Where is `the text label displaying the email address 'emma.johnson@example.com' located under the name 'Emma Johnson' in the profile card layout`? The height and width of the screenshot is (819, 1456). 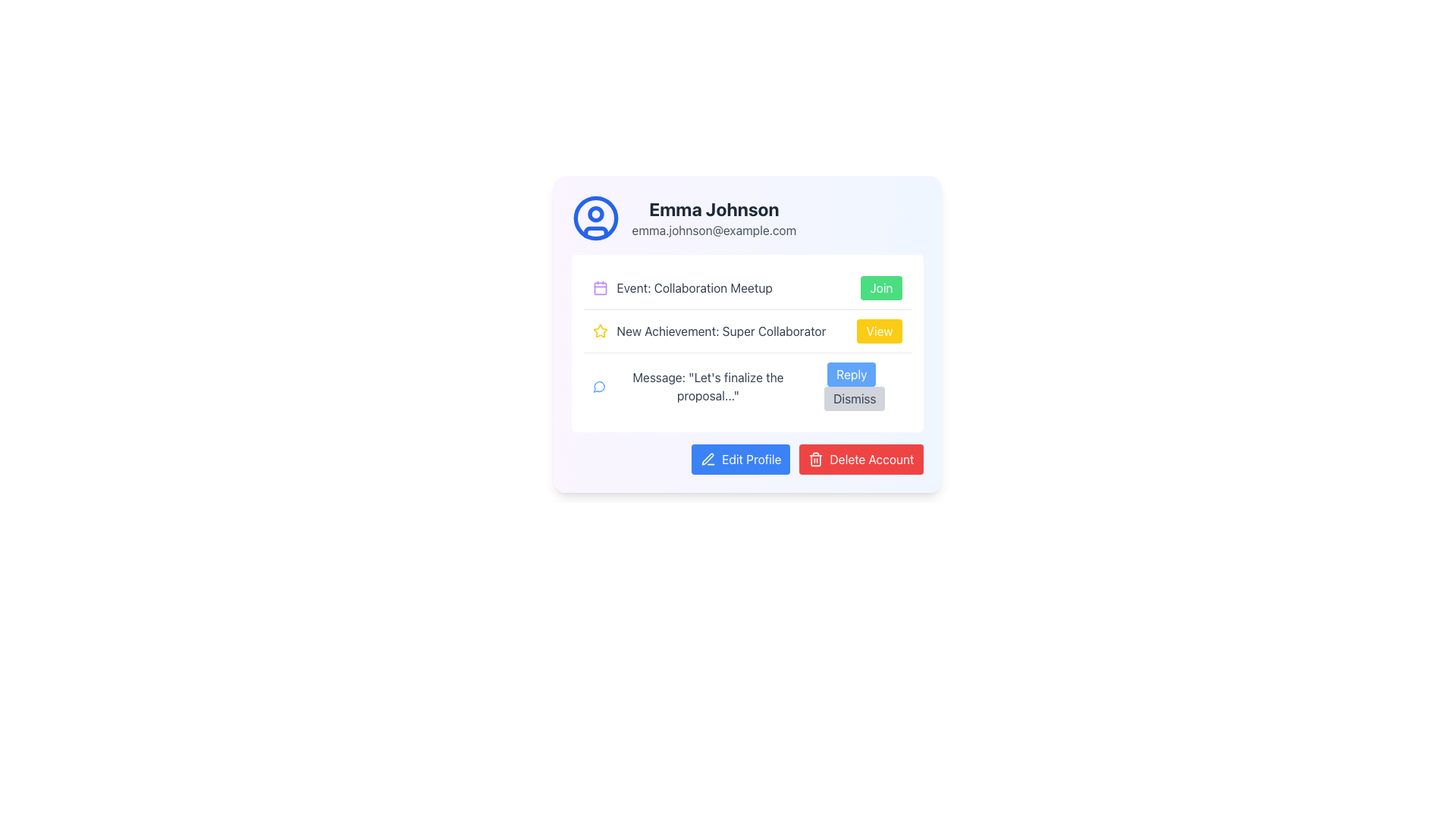
the text label displaying the email address 'emma.johnson@example.com' located under the name 'Emma Johnson' in the profile card layout is located at coordinates (713, 231).